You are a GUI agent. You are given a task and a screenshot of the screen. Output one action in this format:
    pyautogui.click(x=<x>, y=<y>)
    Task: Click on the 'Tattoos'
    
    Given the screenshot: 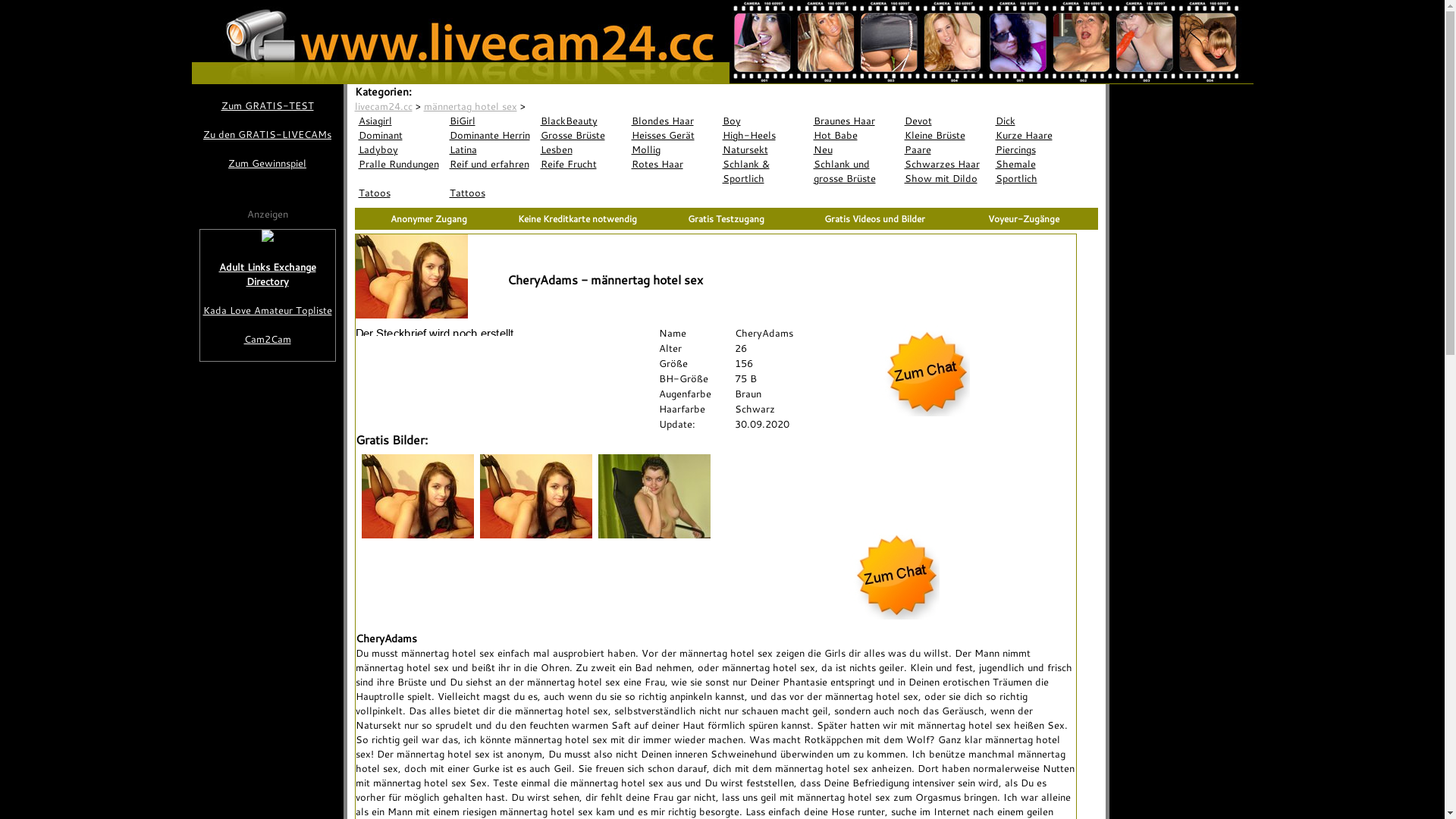 What is the action you would take?
    pyautogui.click(x=491, y=192)
    